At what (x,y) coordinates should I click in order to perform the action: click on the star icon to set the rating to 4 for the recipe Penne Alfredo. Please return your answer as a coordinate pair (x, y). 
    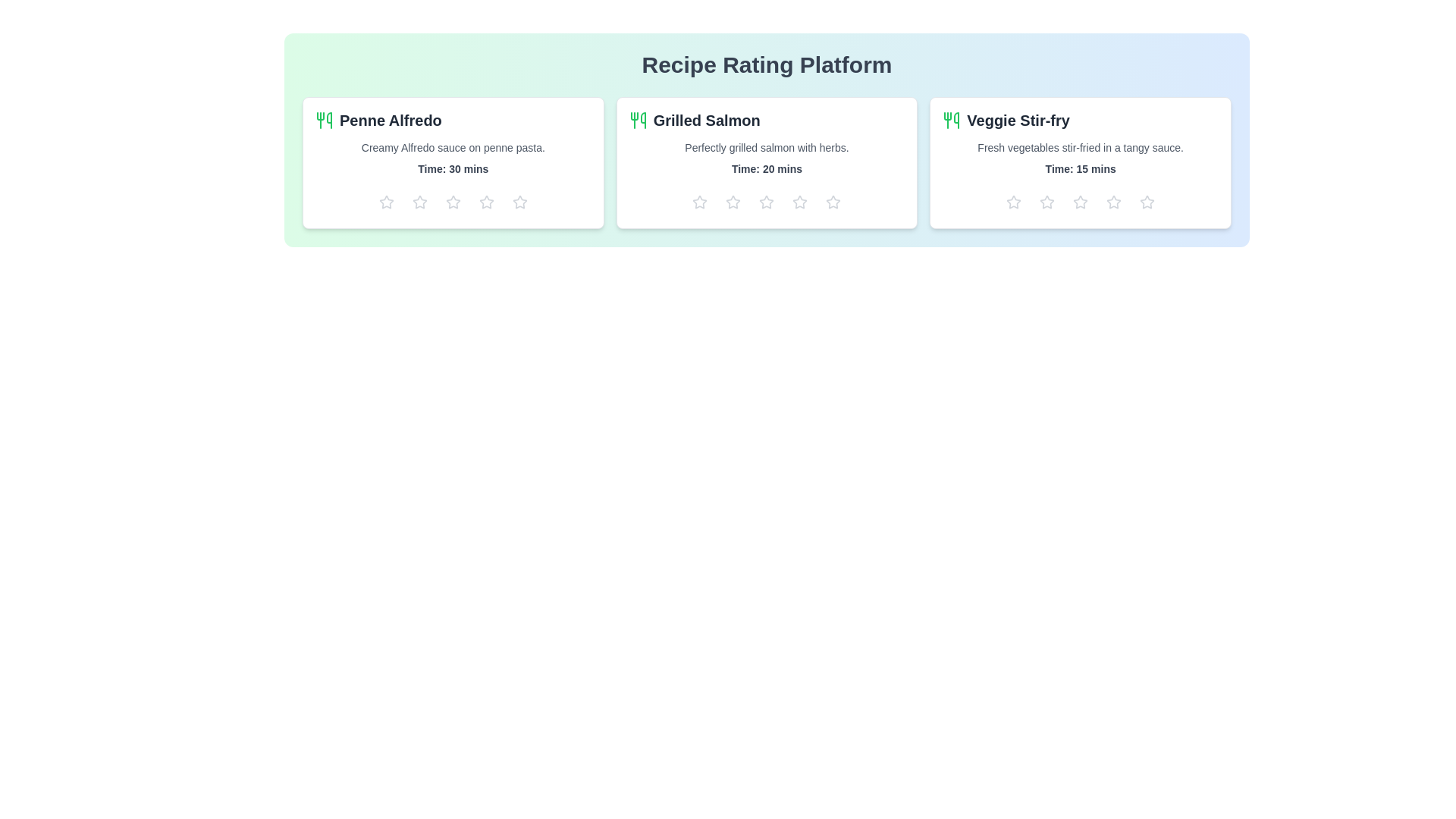
    Looking at the image, I should click on (486, 201).